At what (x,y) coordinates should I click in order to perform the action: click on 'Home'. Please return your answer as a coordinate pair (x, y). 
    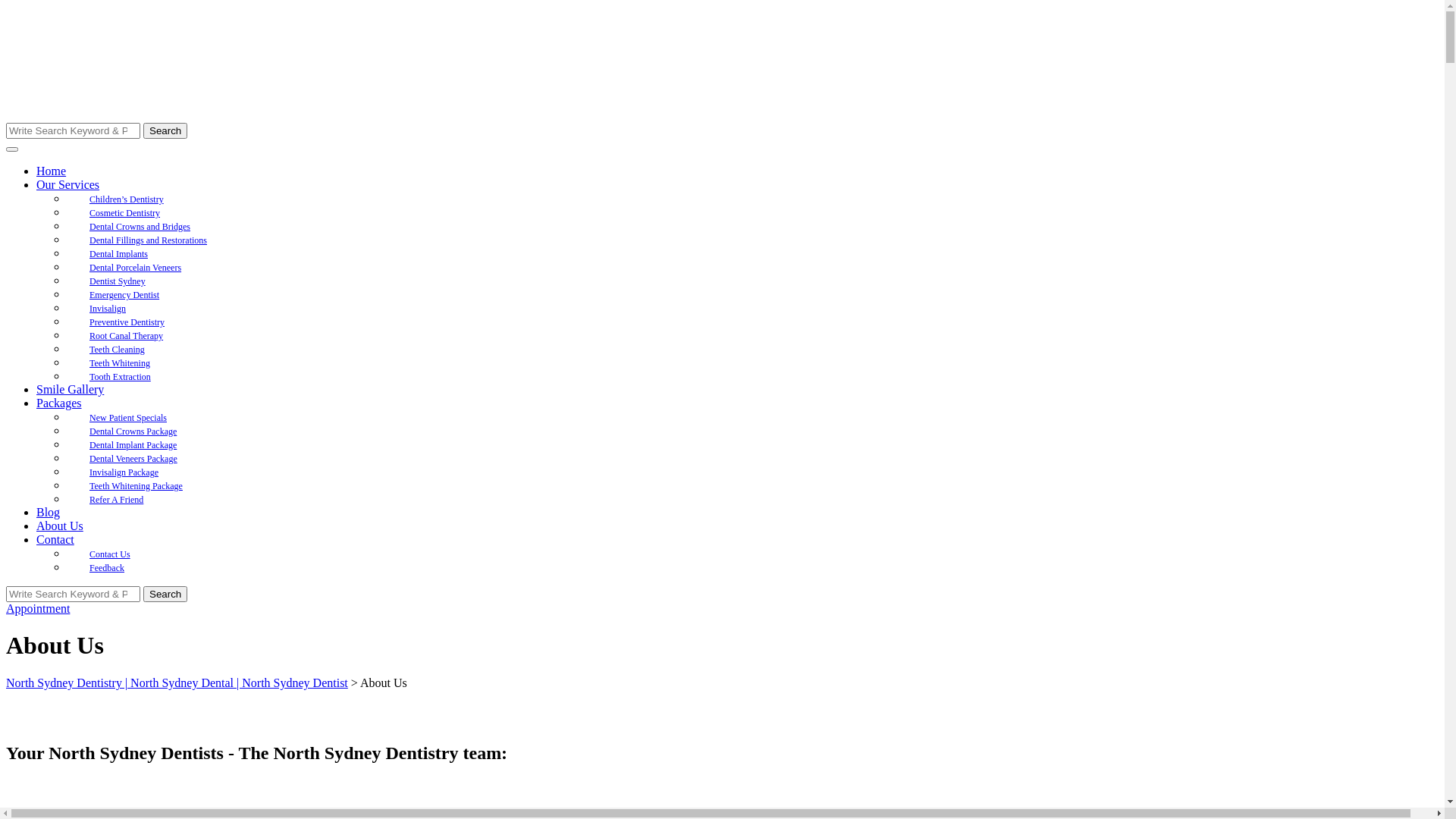
    Looking at the image, I should click on (51, 171).